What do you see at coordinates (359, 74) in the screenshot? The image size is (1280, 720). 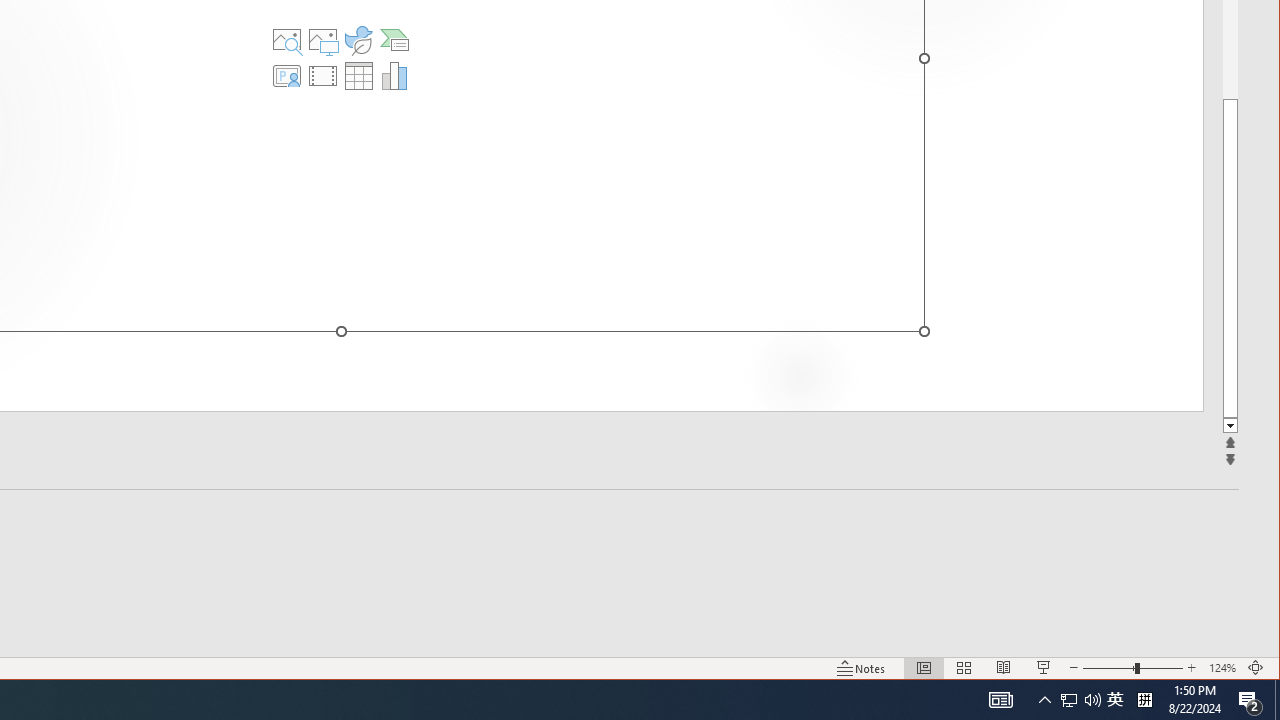 I see `'Insert Table'` at bounding box center [359, 74].